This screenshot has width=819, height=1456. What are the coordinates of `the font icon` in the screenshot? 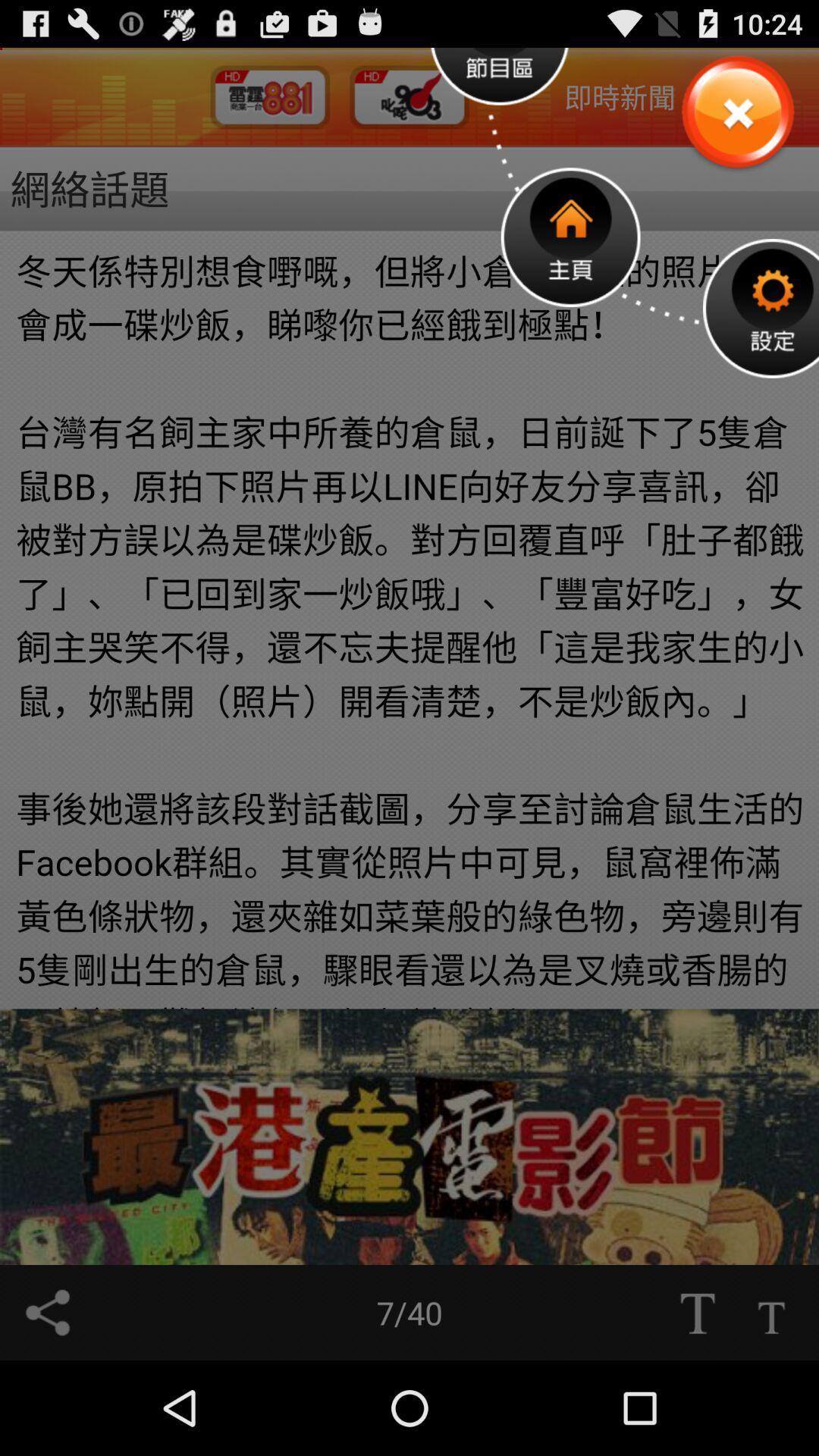 It's located at (697, 1404).